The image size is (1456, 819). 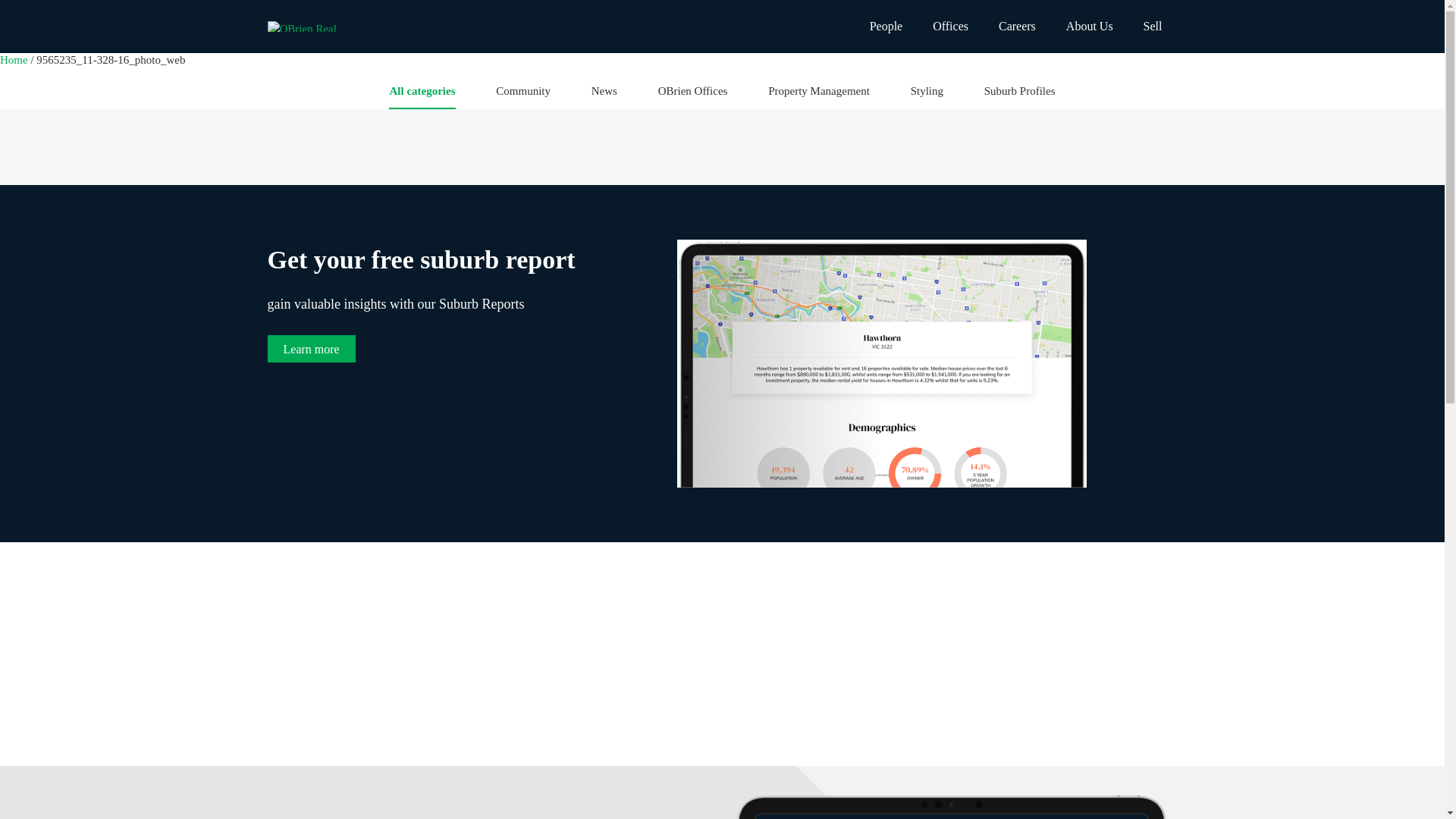 What do you see at coordinates (949, 26) in the screenshot?
I see `'Offices'` at bounding box center [949, 26].